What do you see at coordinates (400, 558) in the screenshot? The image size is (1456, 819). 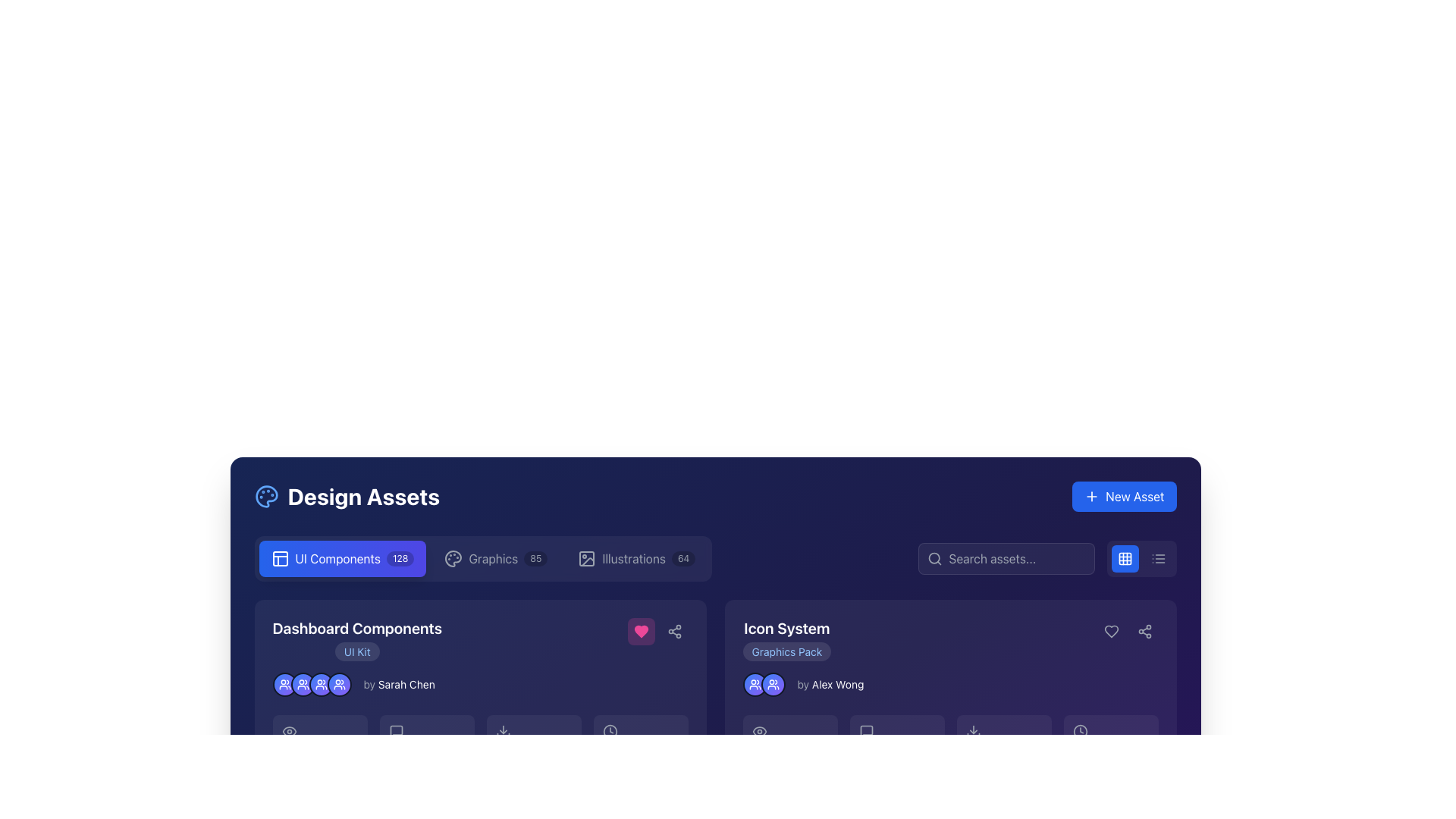 I see `the informational badge indicating the count of items related to the 'UI Components' section, positioned adjacent to the 'UI Components' text on the top navigation bar` at bounding box center [400, 558].